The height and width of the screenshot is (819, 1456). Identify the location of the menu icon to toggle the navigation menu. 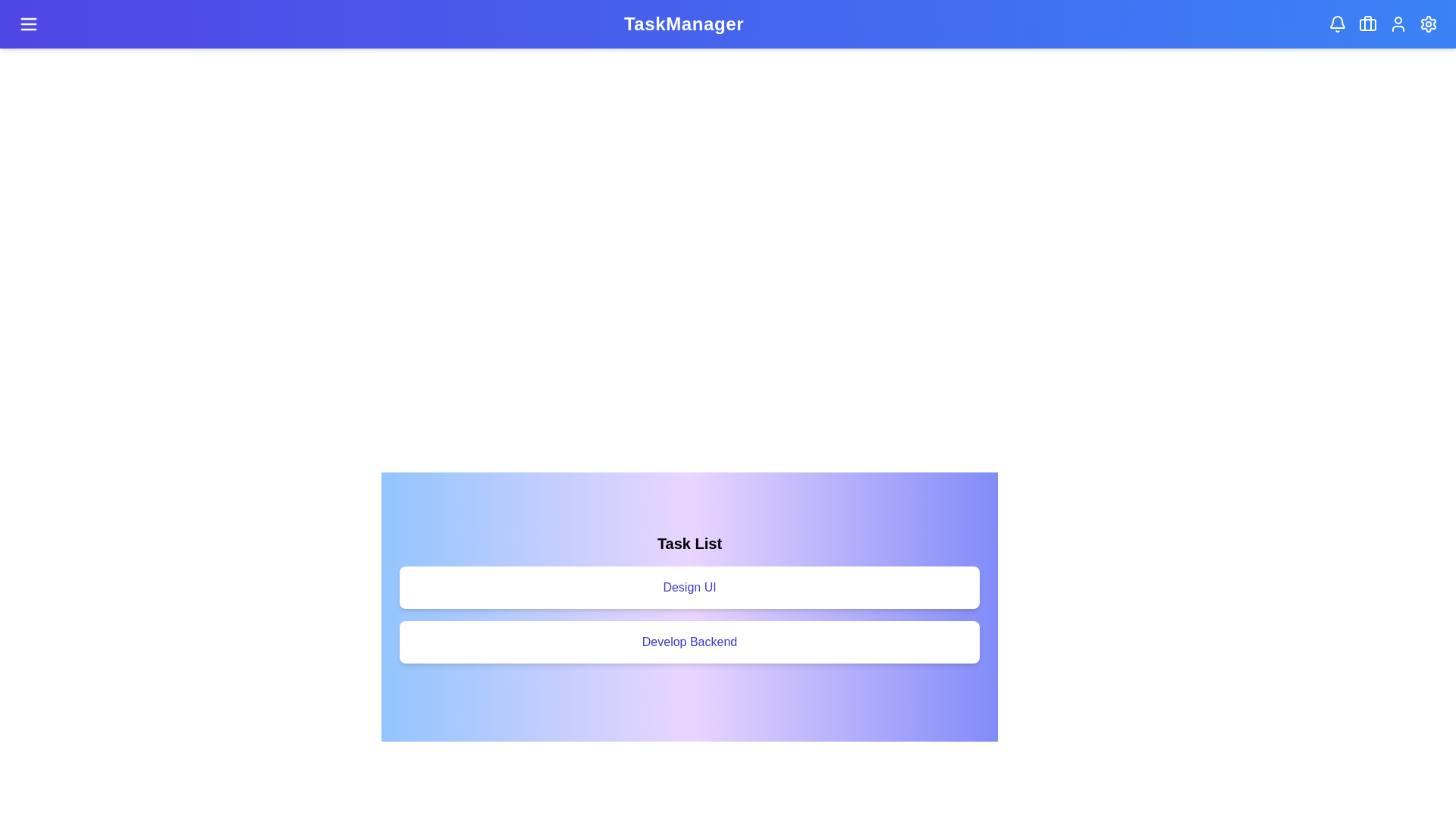
(29, 24).